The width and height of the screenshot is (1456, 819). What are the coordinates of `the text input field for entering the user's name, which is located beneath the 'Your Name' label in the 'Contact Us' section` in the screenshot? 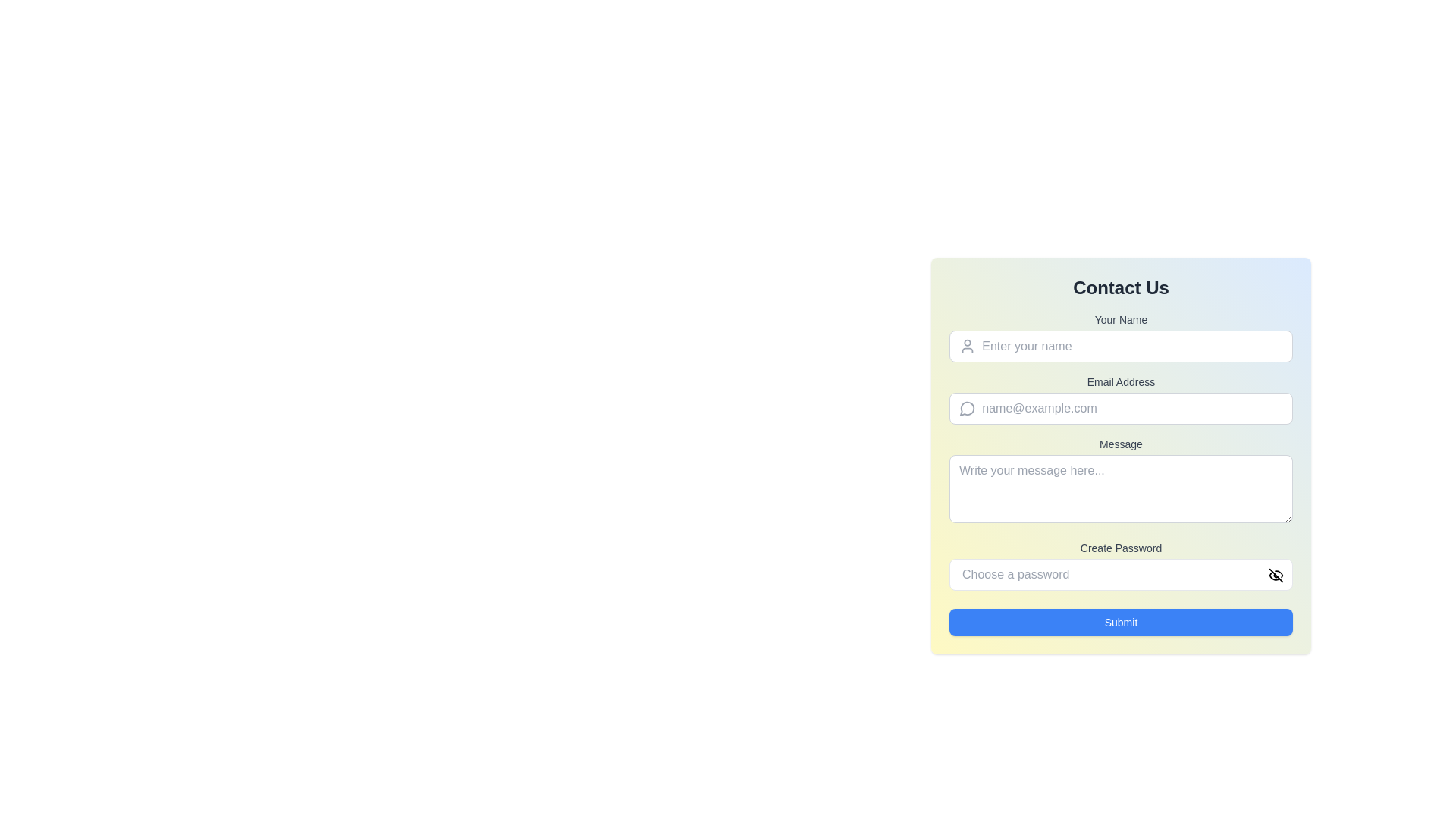 It's located at (1121, 336).